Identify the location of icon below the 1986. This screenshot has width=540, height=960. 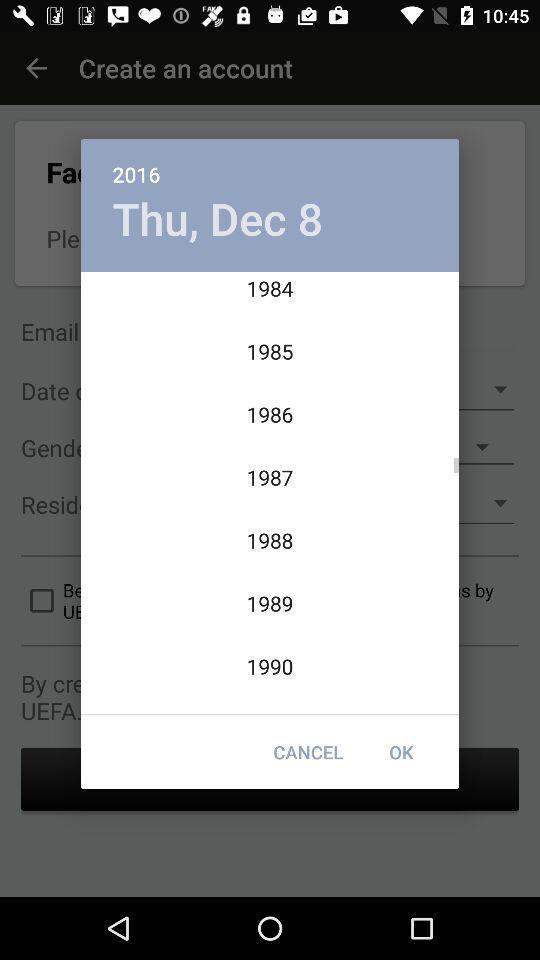
(401, 751).